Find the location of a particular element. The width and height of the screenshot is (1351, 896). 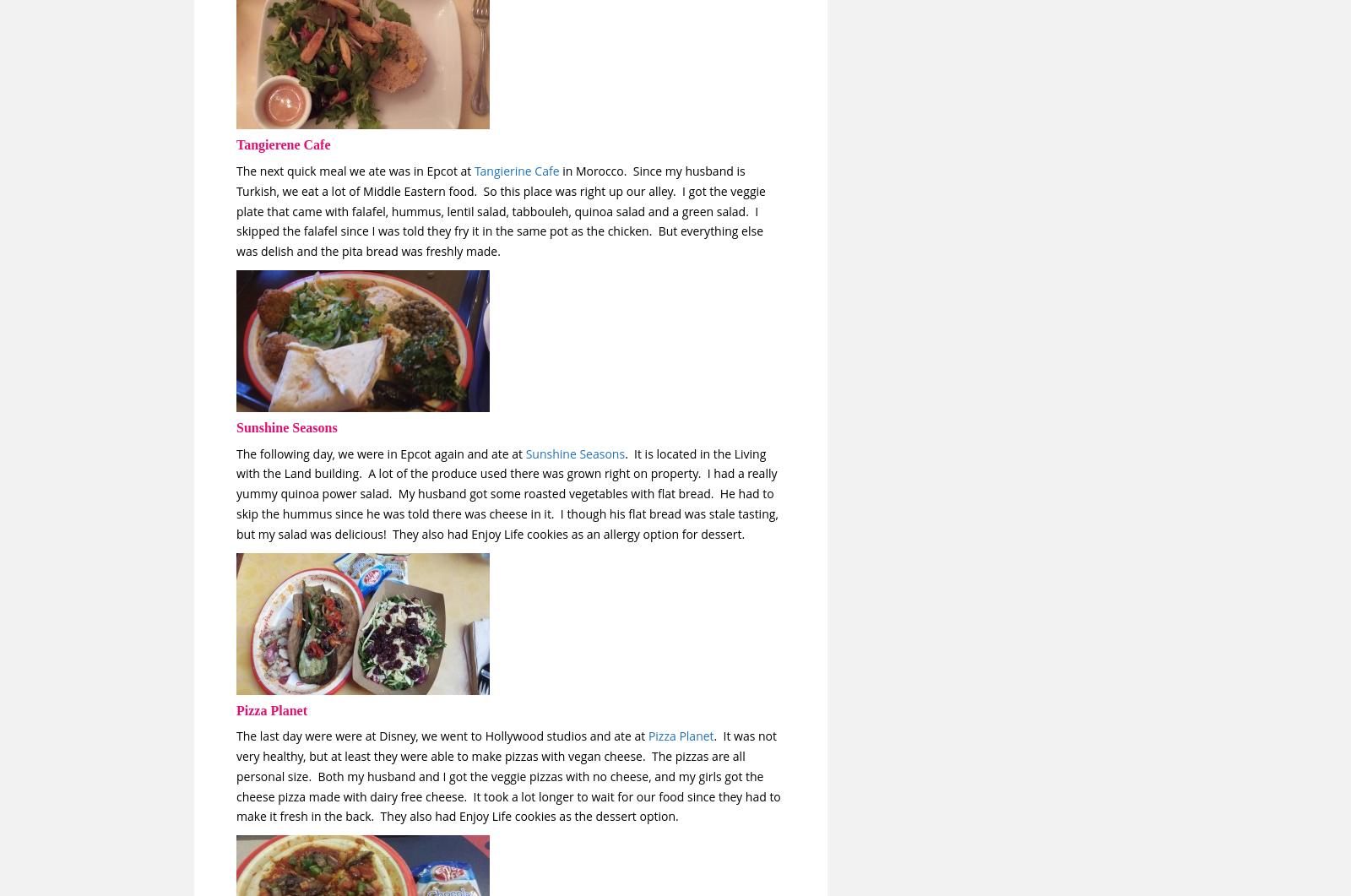

'Tangierene Cafe' is located at coordinates (283, 144).